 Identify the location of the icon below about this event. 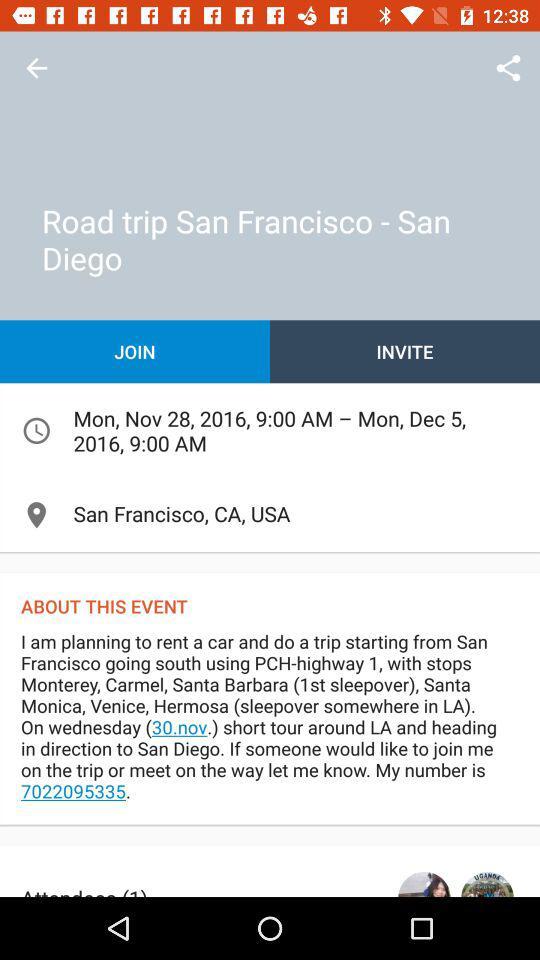
(270, 725).